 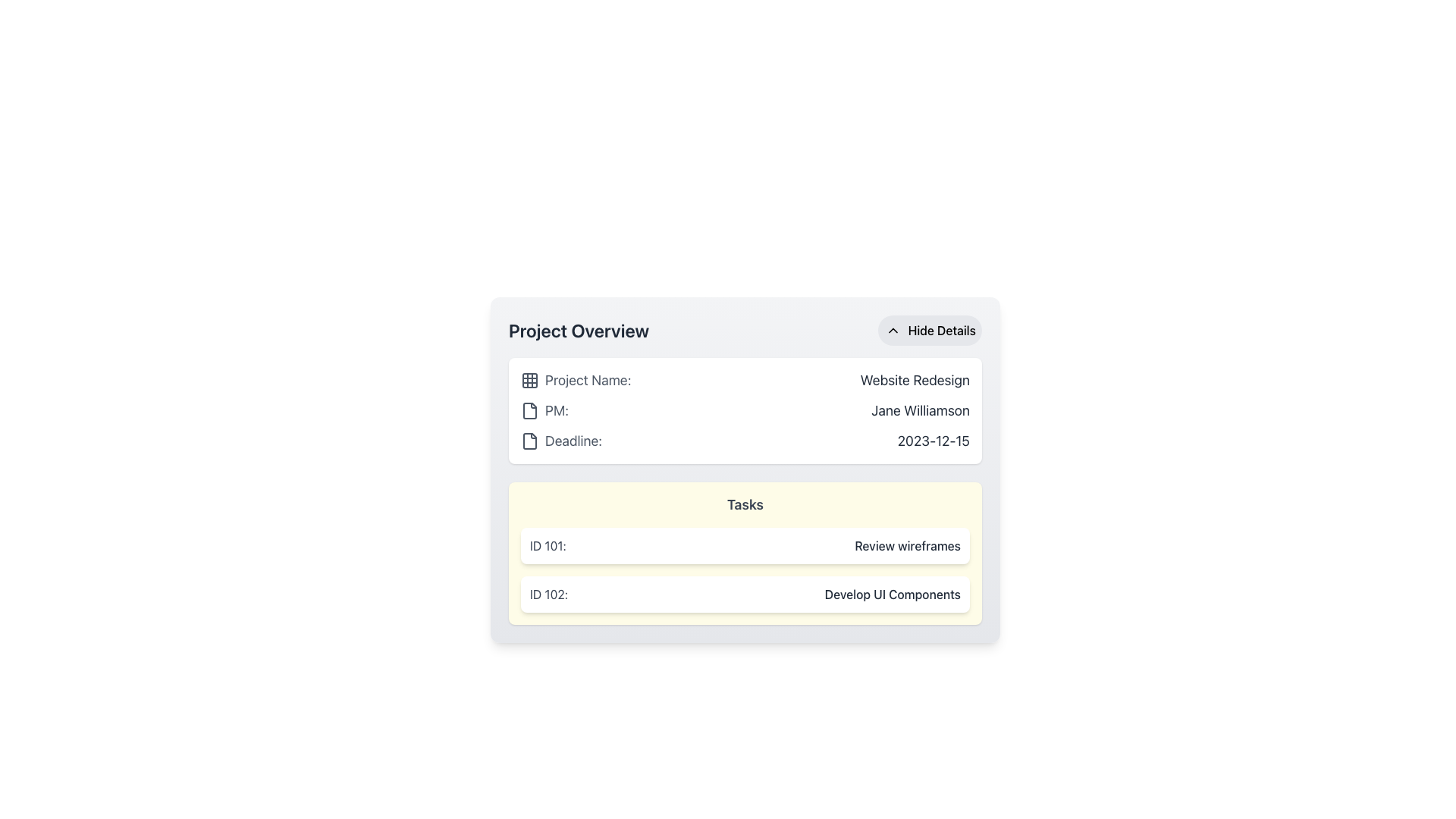 I want to click on the upward-pointing chevron icon within the 'Hide Details' button located in the top-right corner of the 'Project Overview' panel, so click(x=893, y=329).